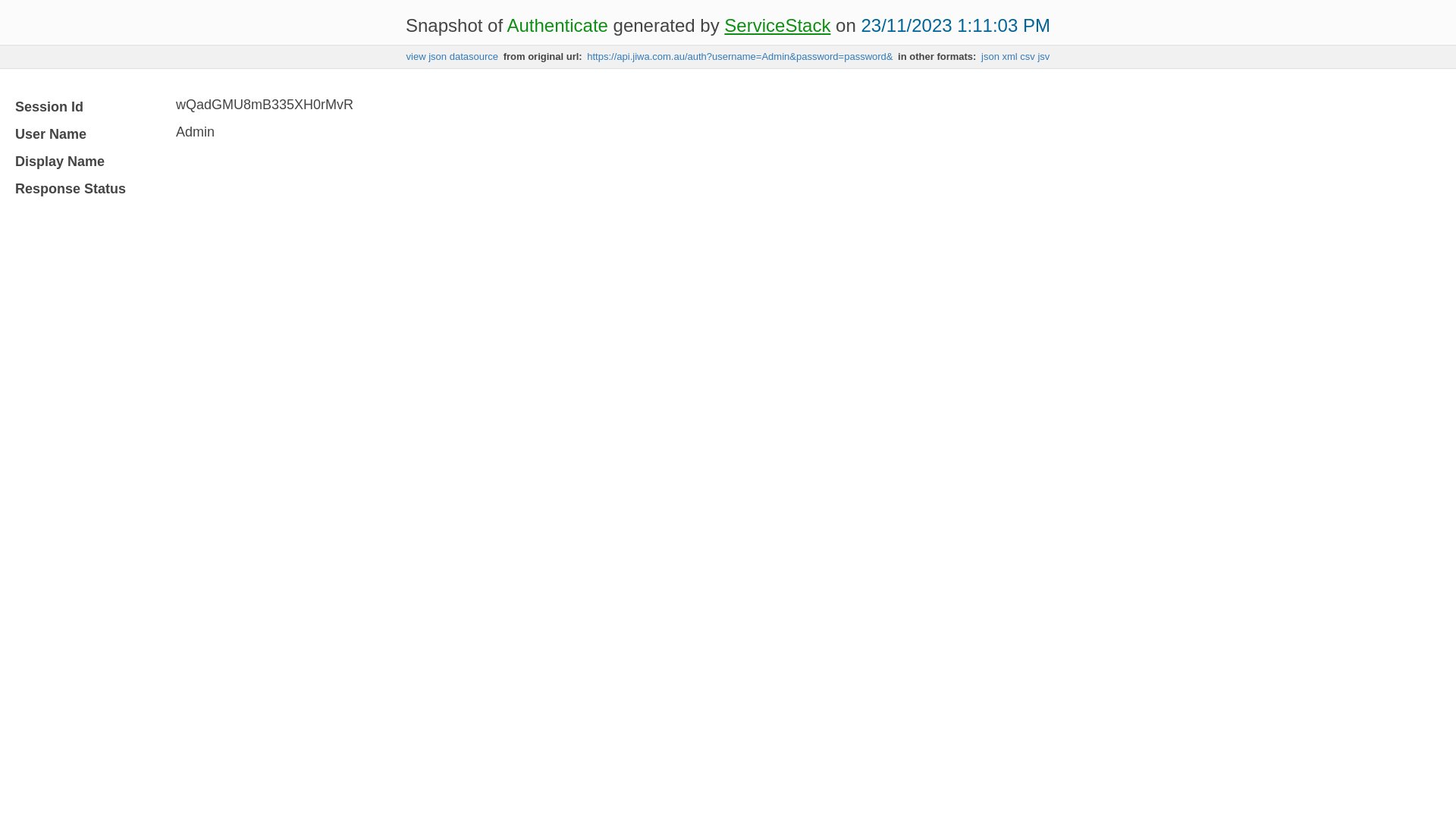 Image resolution: width=1456 pixels, height=819 pixels. What do you see at coordinates (777, 25) in the screenshot?
I see `'ServiceStack'` at bounding box center [777, 25].